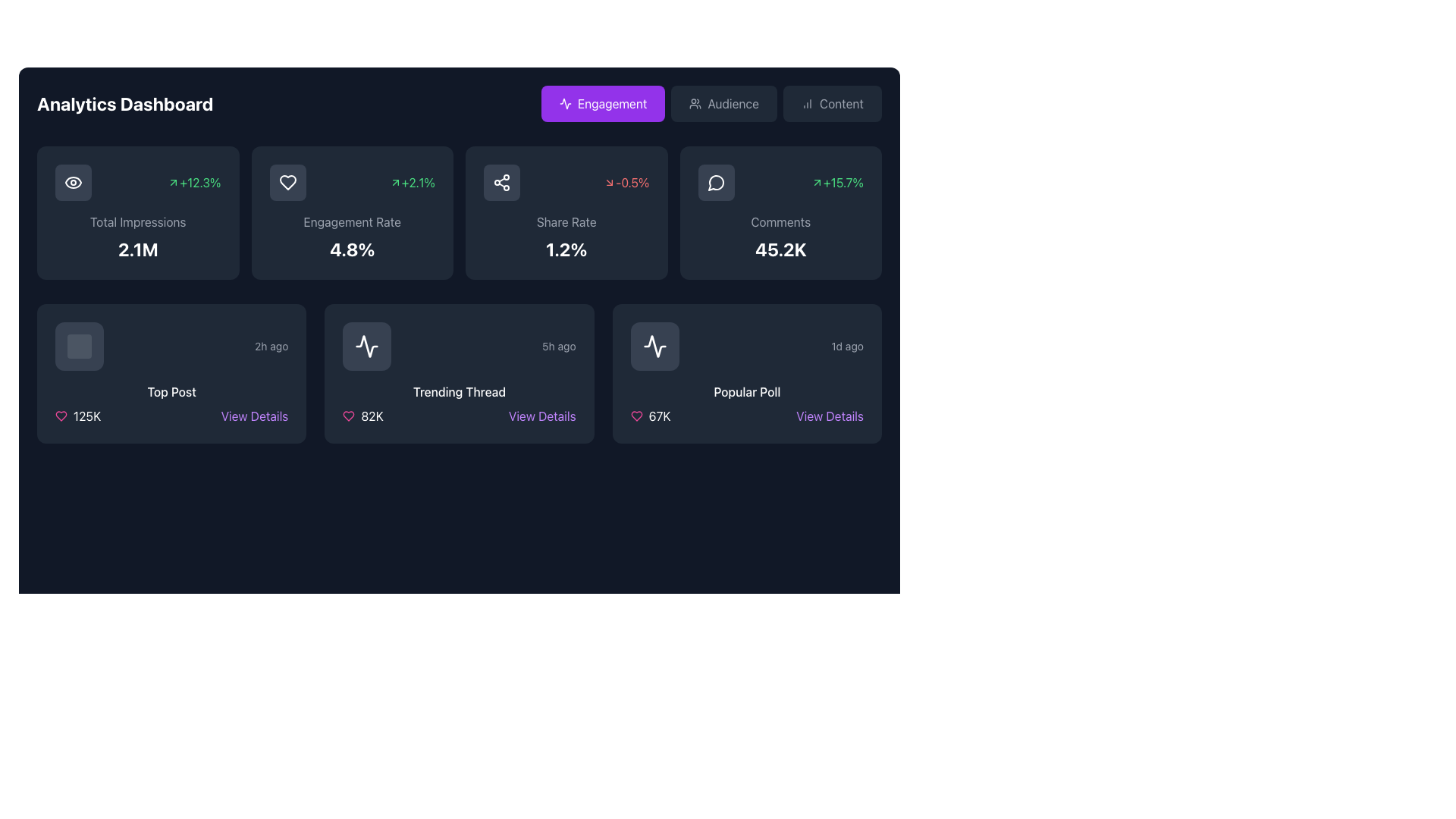 This screenshot has width=1456, height=819. I want to click on the 'Trending Thread' Icon Button for keyboard interaction, so click(367, 346).